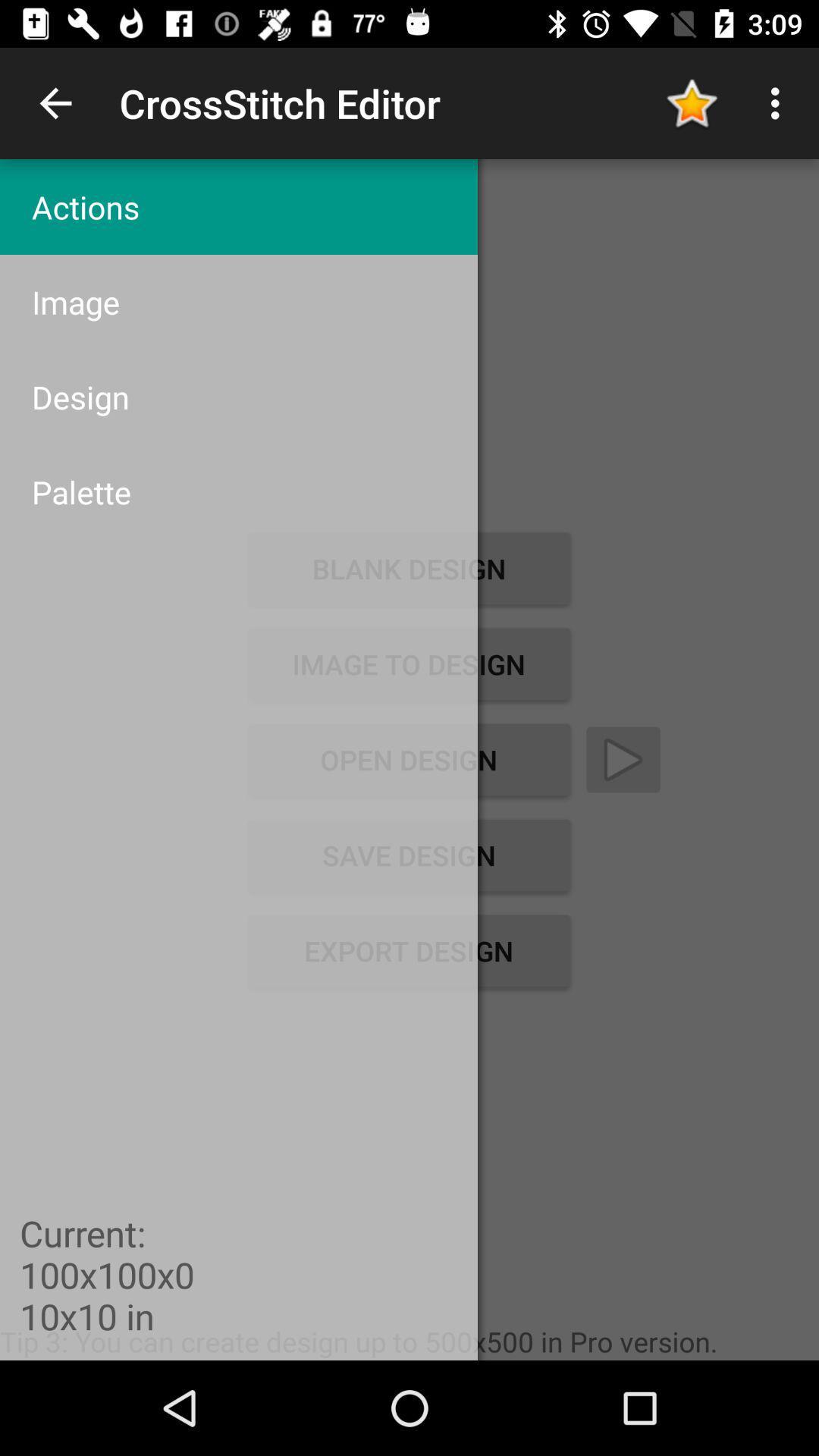  What do you see at coordinates (408, 855) in the screenshot?
I see `item above export design` at bounding box center [408, 855].